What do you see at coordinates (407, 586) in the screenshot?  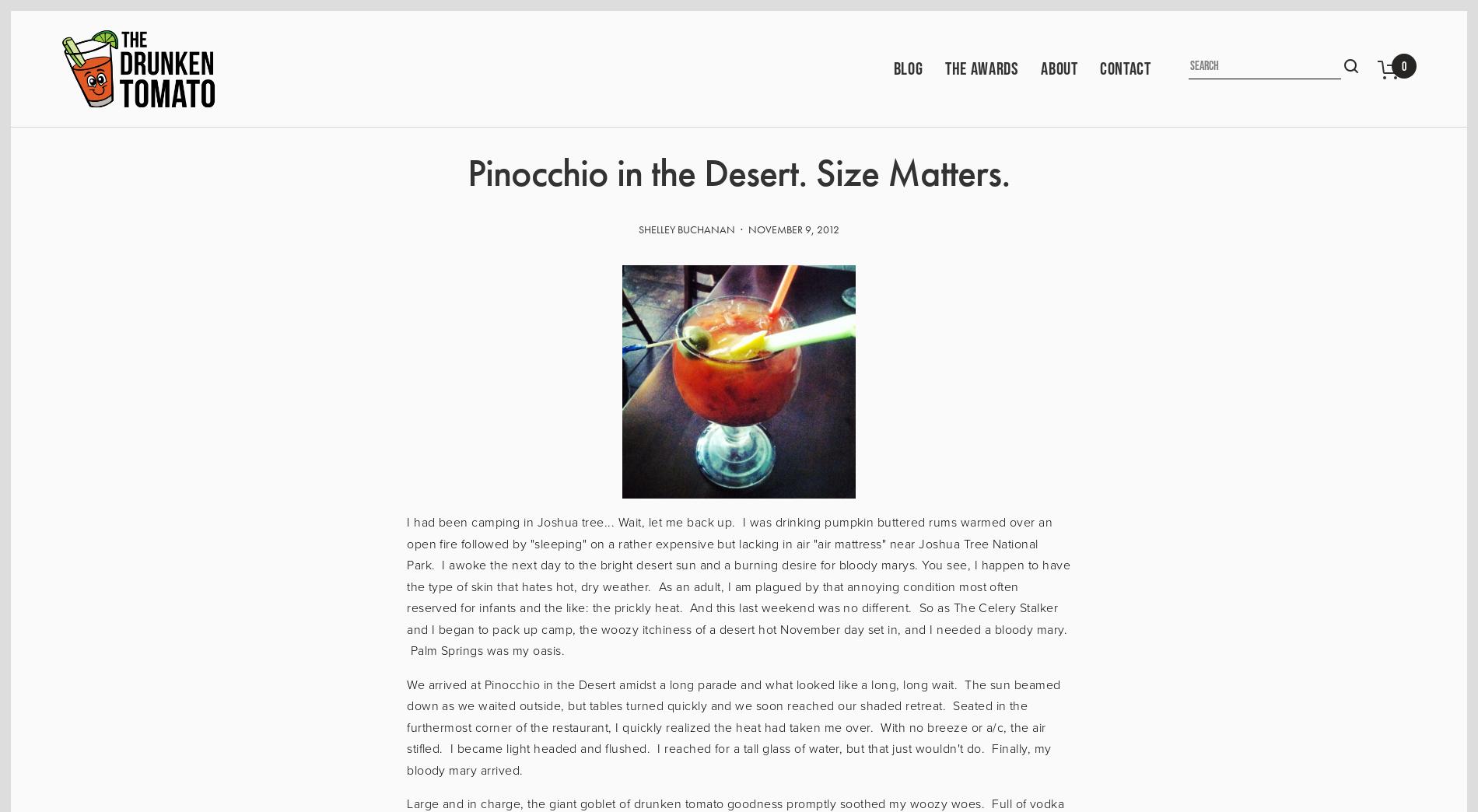 I see `'I had been camping in Joshua tree... Wait, let me back up.  I was drinking pumpkin buttered rums warmed over an open fire followed by "sleeping" on a rather expensive but lacking in air "air mattress" near Joshua Tree National Park.  I awoke the next day to the bright desert sun and a burning desire for bloody marys.
You see, I happen to have the type of skin that hates hot, dry weather.  As an adult, I am plagued by that annoying condition most often reserved for infants and the like: the prickly heat.  And this last weekend was no different.  So as The Celery Stalker and I began to pack up camp, the woozy itchiness of a desert hot November day set in, and I needed a bloody mary.  Palm Springs was my oasis.'` at bounding box center [407, 586].